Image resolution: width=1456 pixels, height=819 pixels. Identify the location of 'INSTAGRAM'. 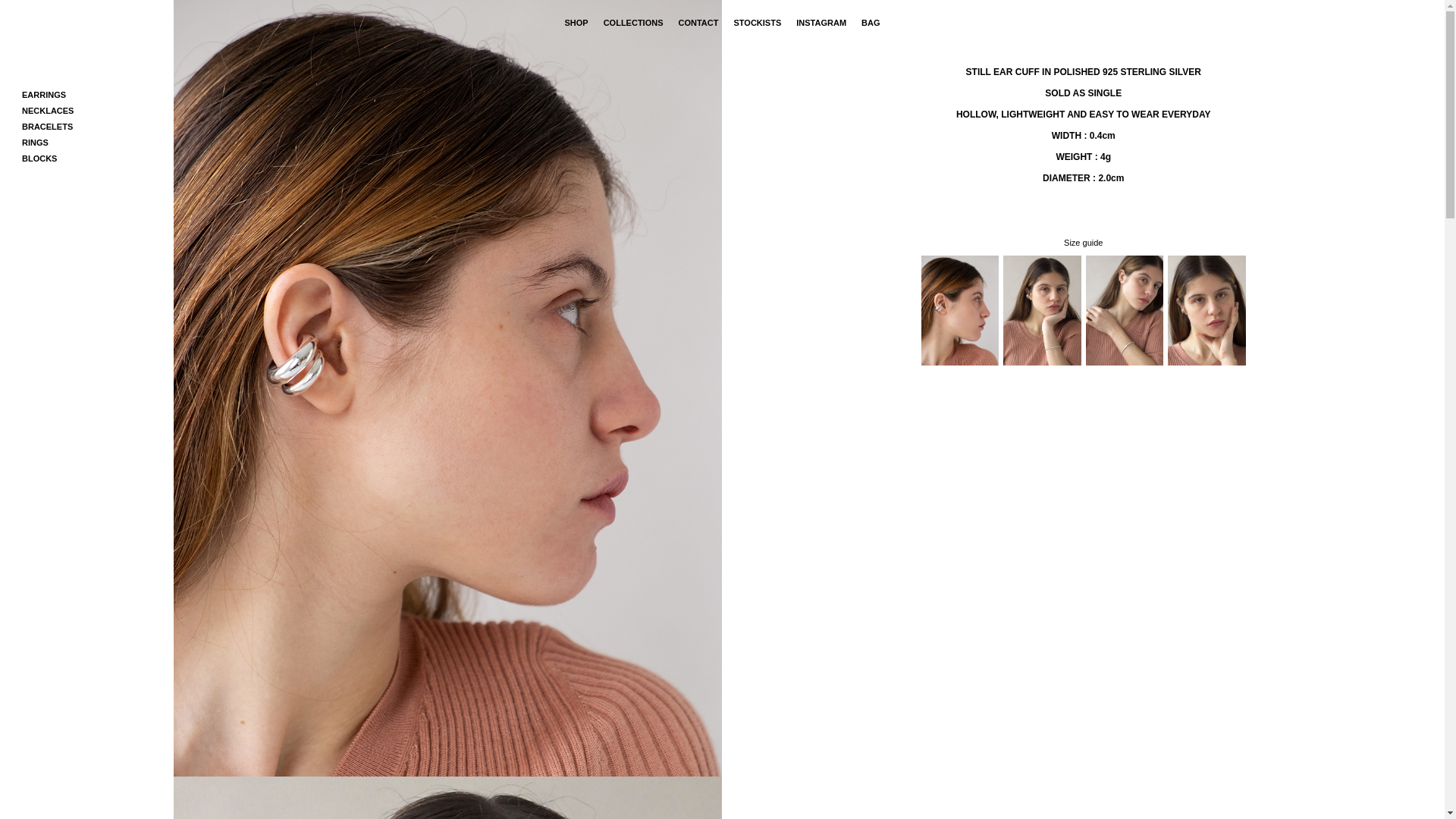
(821, 23).